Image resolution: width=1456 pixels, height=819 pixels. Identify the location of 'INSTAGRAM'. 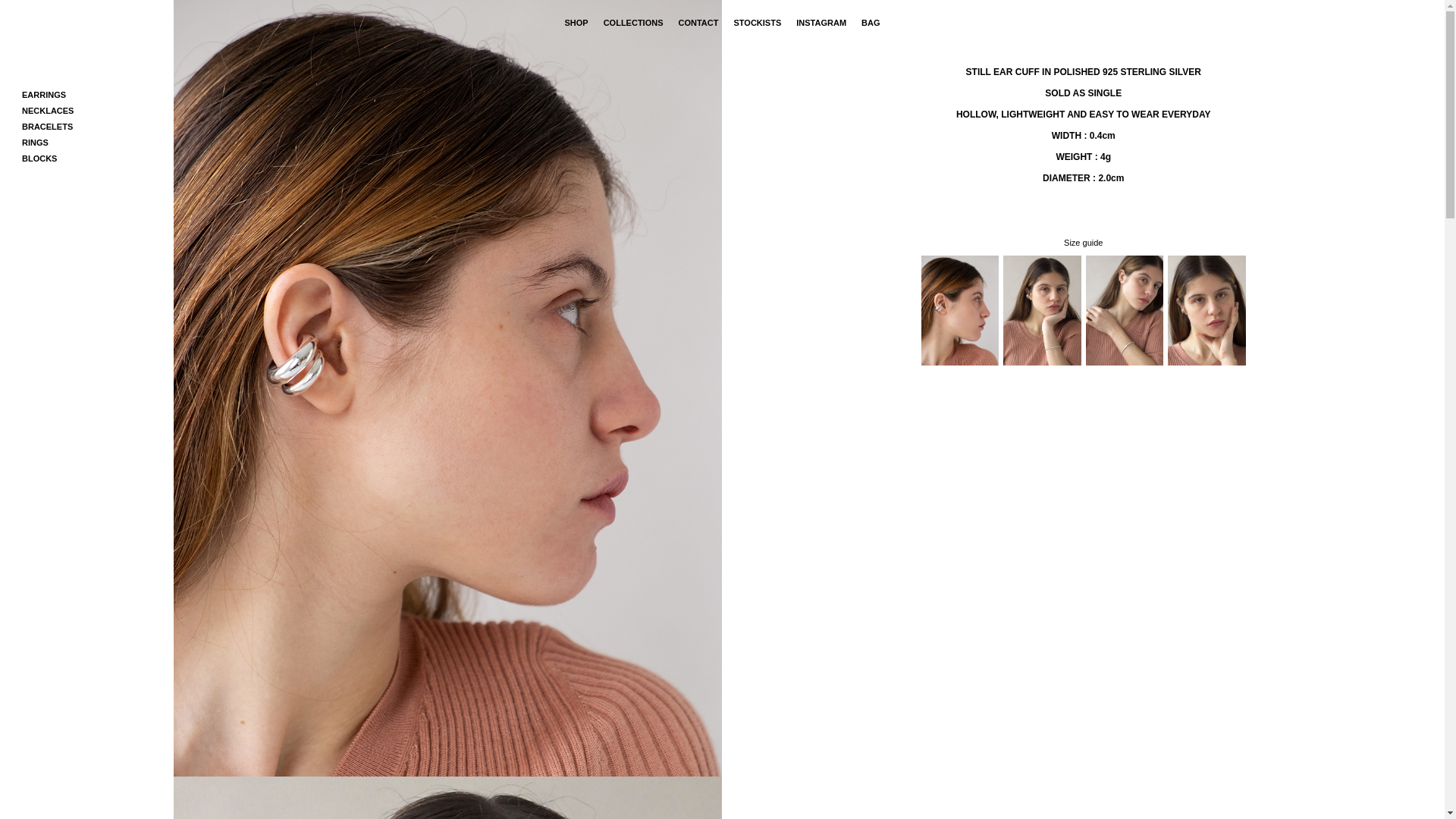
(821, 23).